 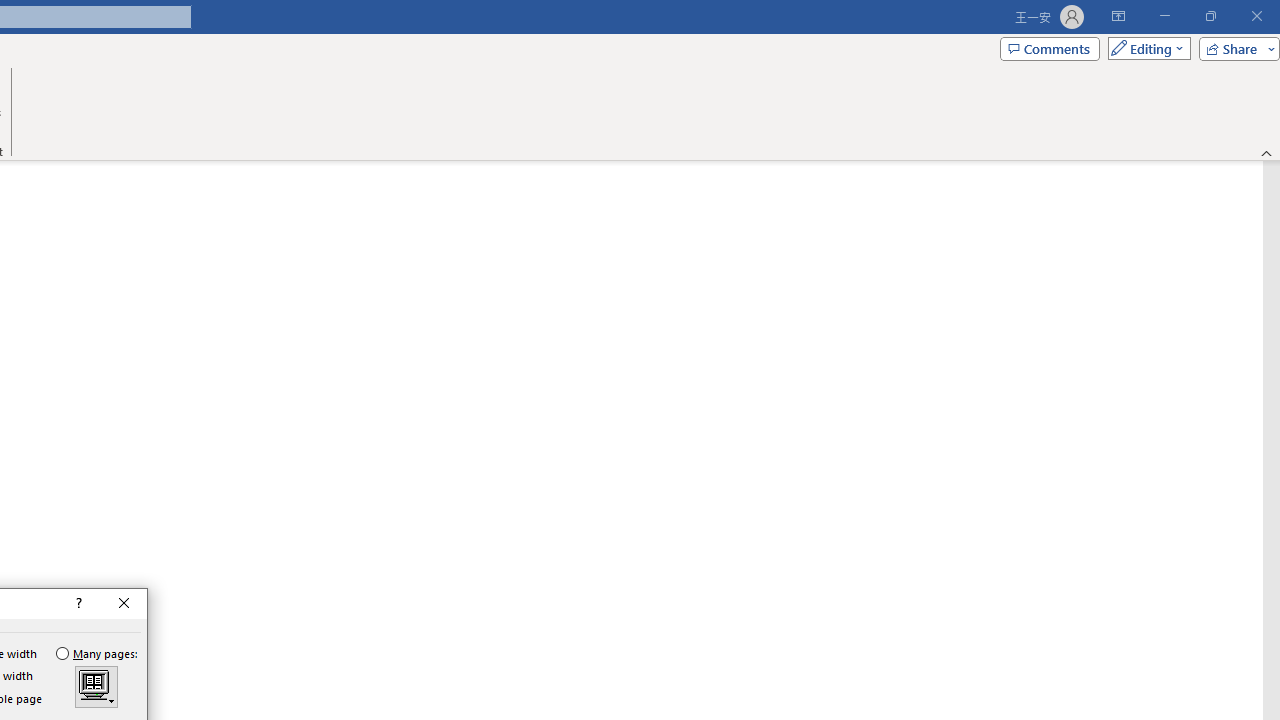 What do you see at coordinates (97, 653) in the screenshot?
I see `'Many pages:'` at bounding box center [97, 653].